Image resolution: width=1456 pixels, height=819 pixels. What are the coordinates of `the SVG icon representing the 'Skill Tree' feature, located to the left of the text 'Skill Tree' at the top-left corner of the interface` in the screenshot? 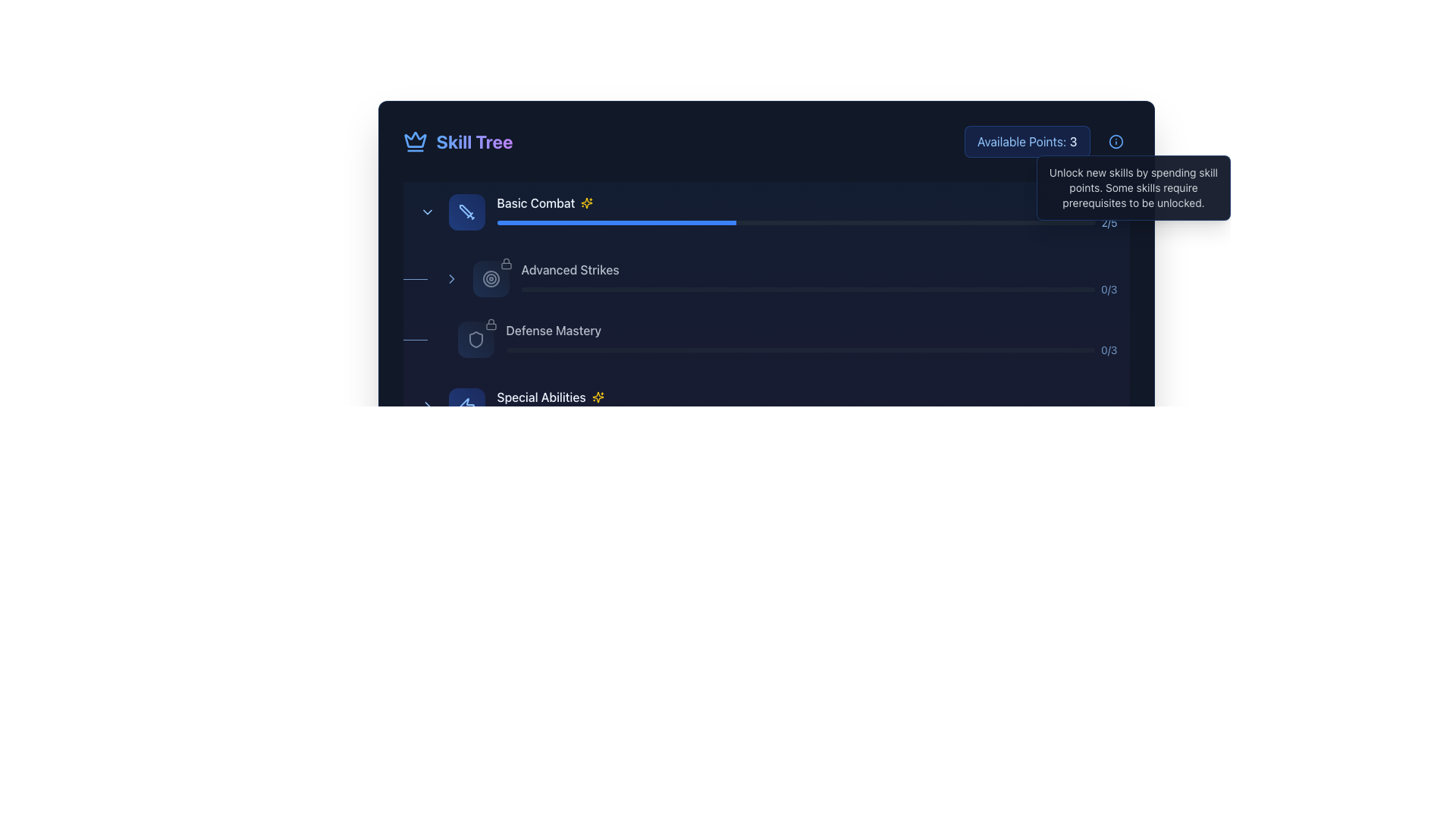 It's located at (415, 141).